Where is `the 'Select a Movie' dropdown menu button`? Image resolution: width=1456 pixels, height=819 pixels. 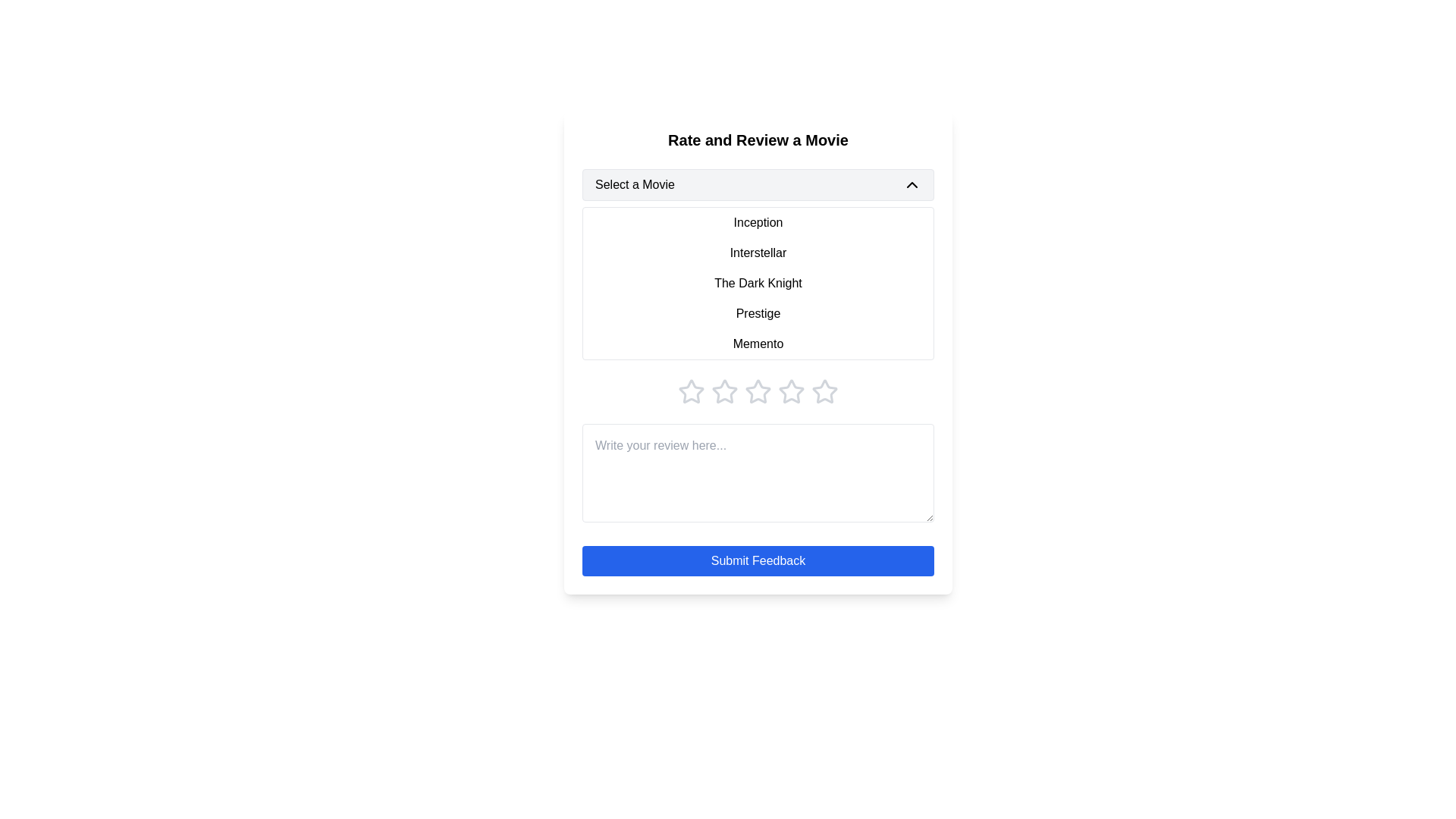 the 'Select a Movie' dropdown menu button is located at coordinates (758, 184).